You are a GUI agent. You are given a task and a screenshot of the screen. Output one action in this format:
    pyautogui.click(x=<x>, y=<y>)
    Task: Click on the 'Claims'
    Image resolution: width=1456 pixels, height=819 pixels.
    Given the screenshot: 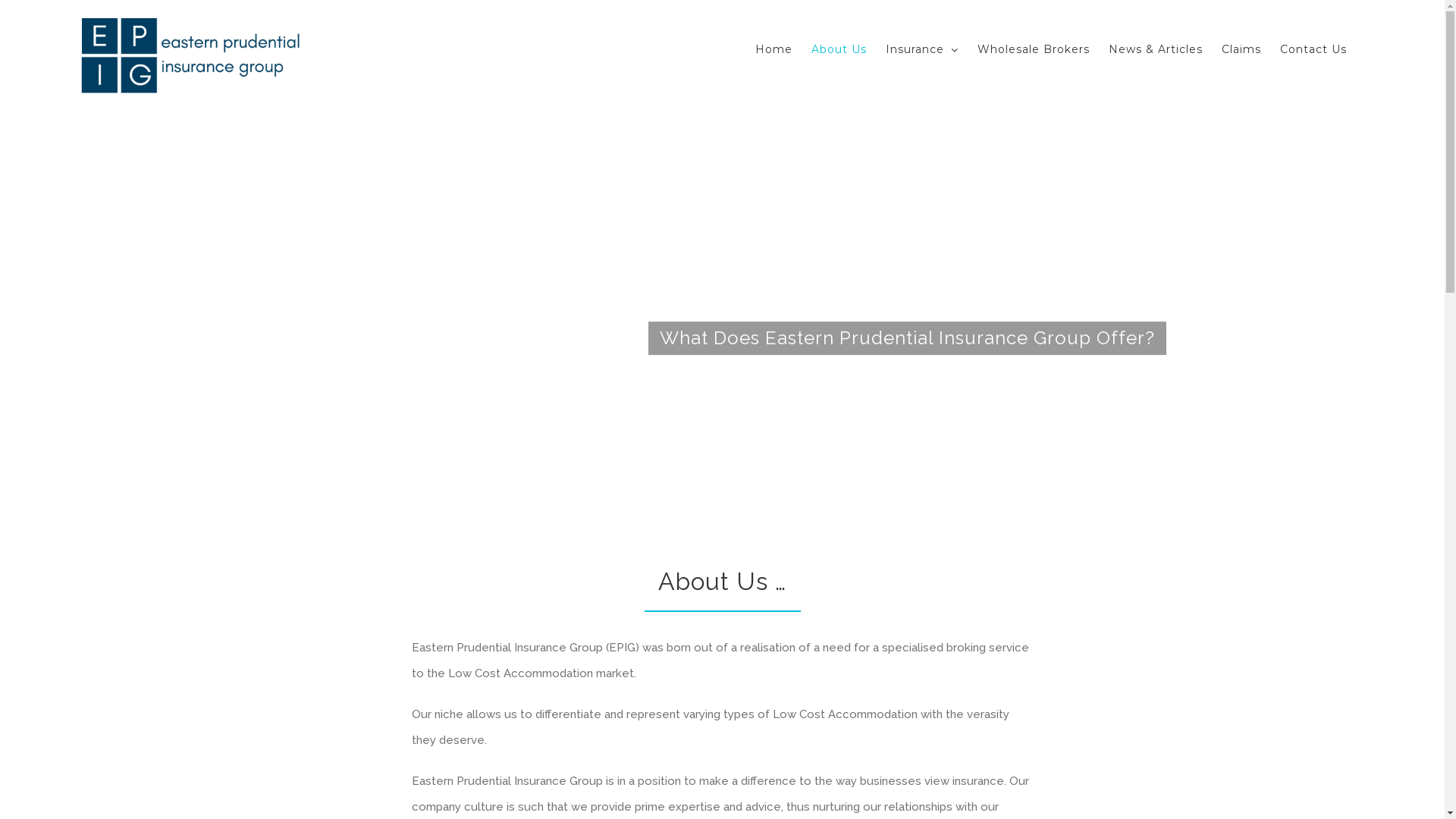 What is the action you would take?
    pyautogui.click(x=1241, y=49)
    